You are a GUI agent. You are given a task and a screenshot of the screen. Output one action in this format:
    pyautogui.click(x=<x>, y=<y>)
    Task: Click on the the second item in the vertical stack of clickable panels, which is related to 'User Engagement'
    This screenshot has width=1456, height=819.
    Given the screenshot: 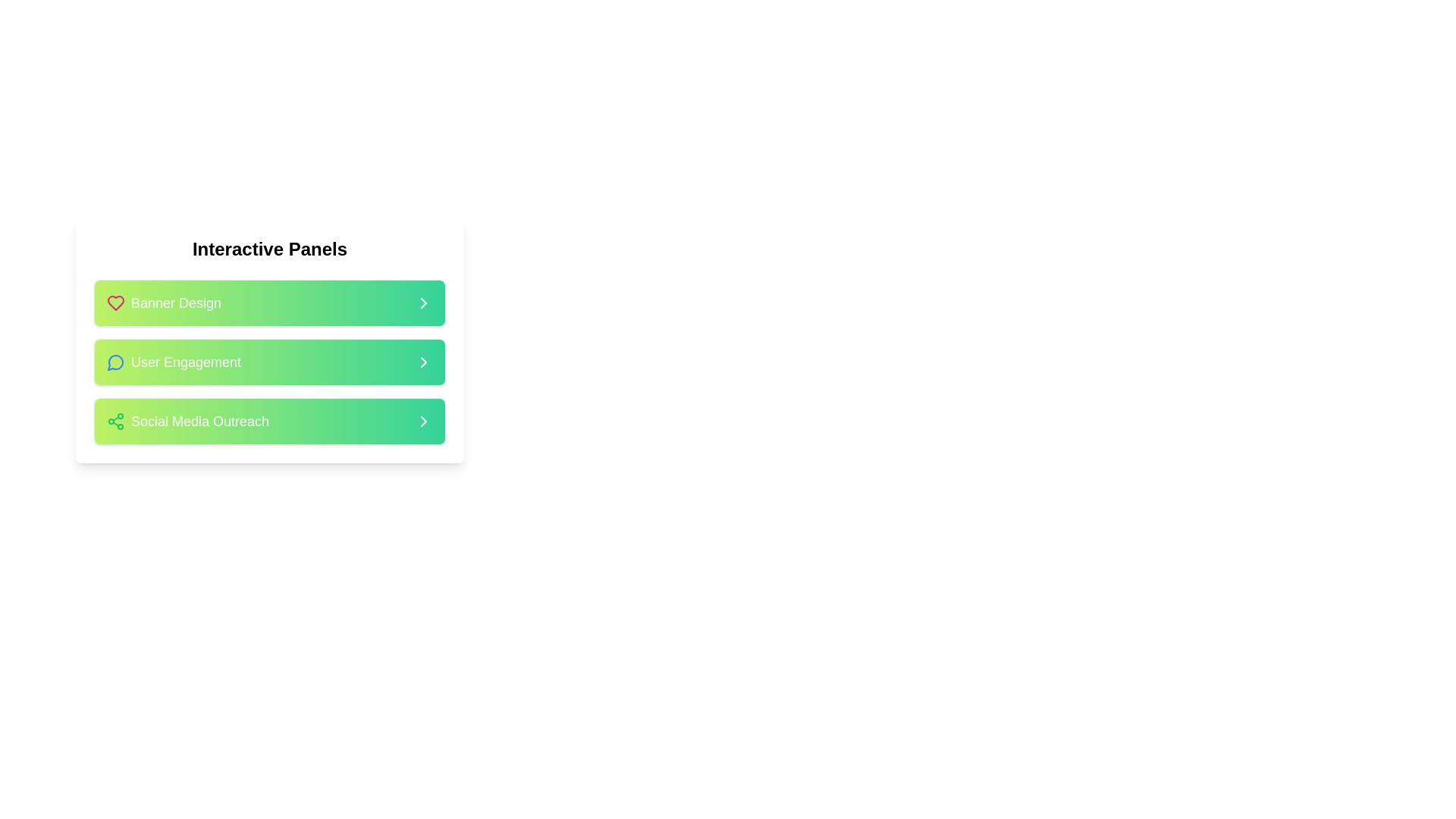 What is the action you would take?
    pyautogui.click(x=269, y=362)
    